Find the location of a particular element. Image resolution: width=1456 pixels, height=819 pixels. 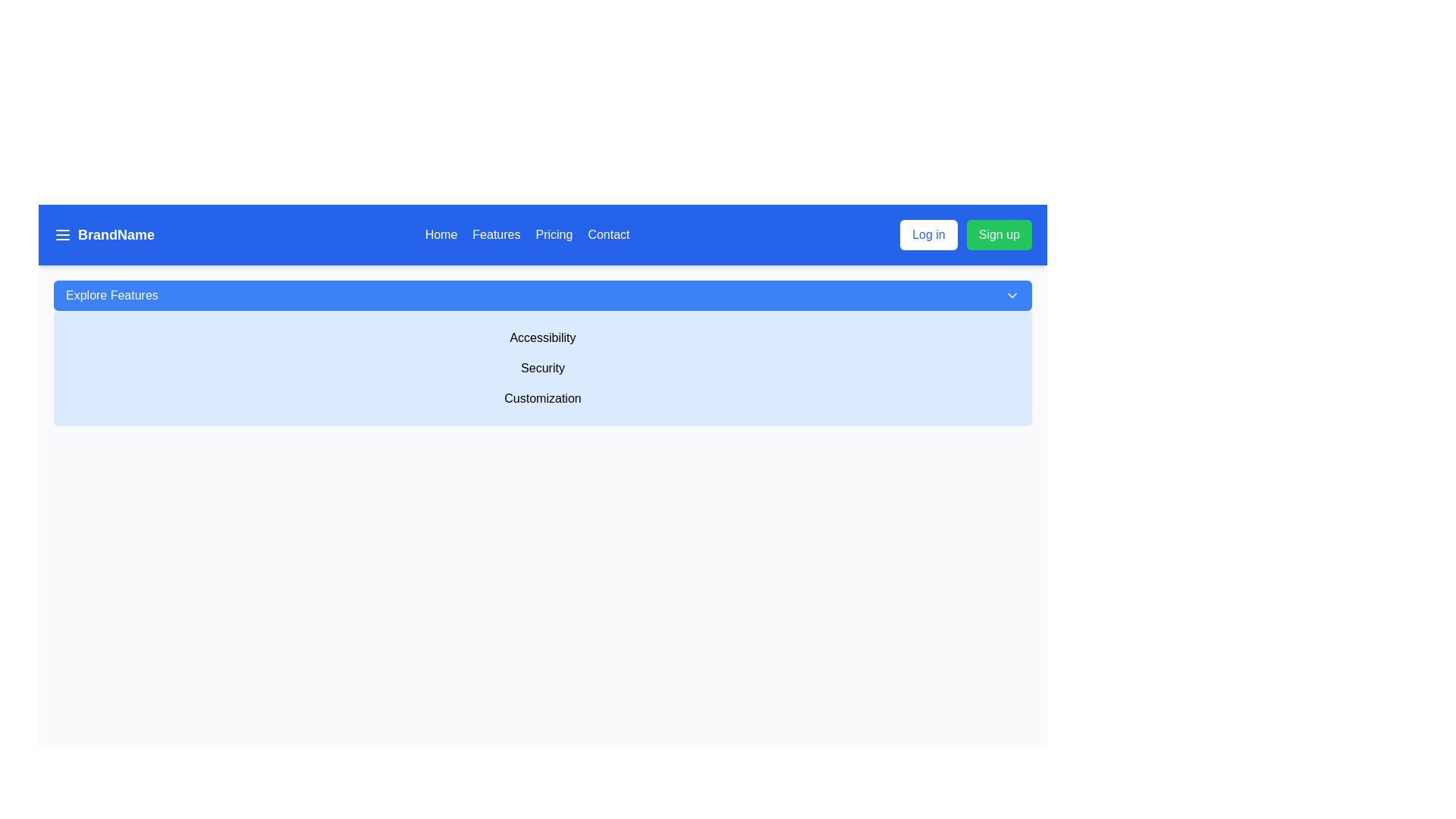

the toggle button that controls the visibility of options like 'Accessibility', 'Security', and 'Customization' is located at coordinates (542, 295).